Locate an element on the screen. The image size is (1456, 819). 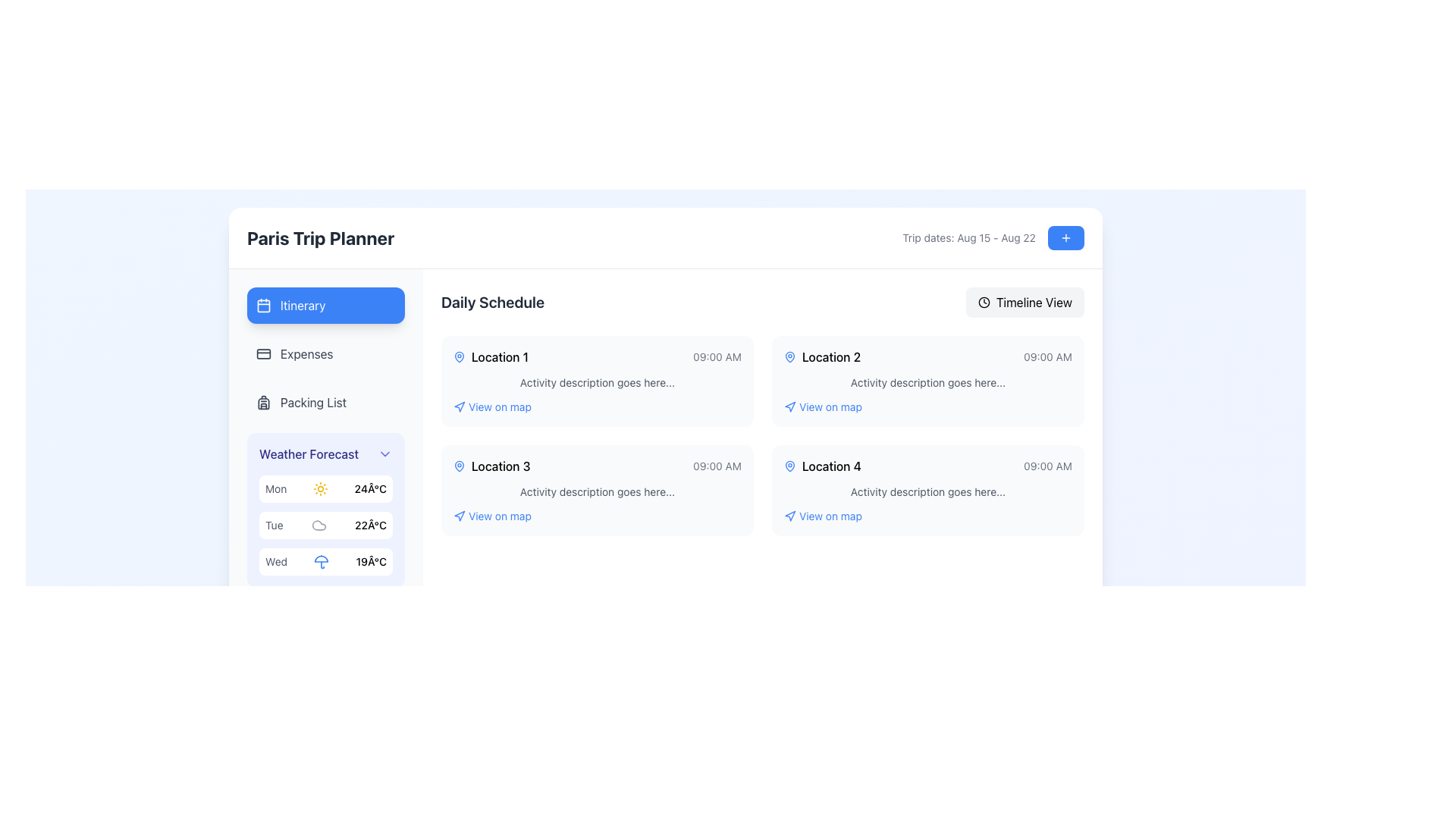
the text component displaying 'Tue' in gray font, which is located in the second item of the 'Weather Forecast' section on the left sidebar is located at coordinates (274, 525).